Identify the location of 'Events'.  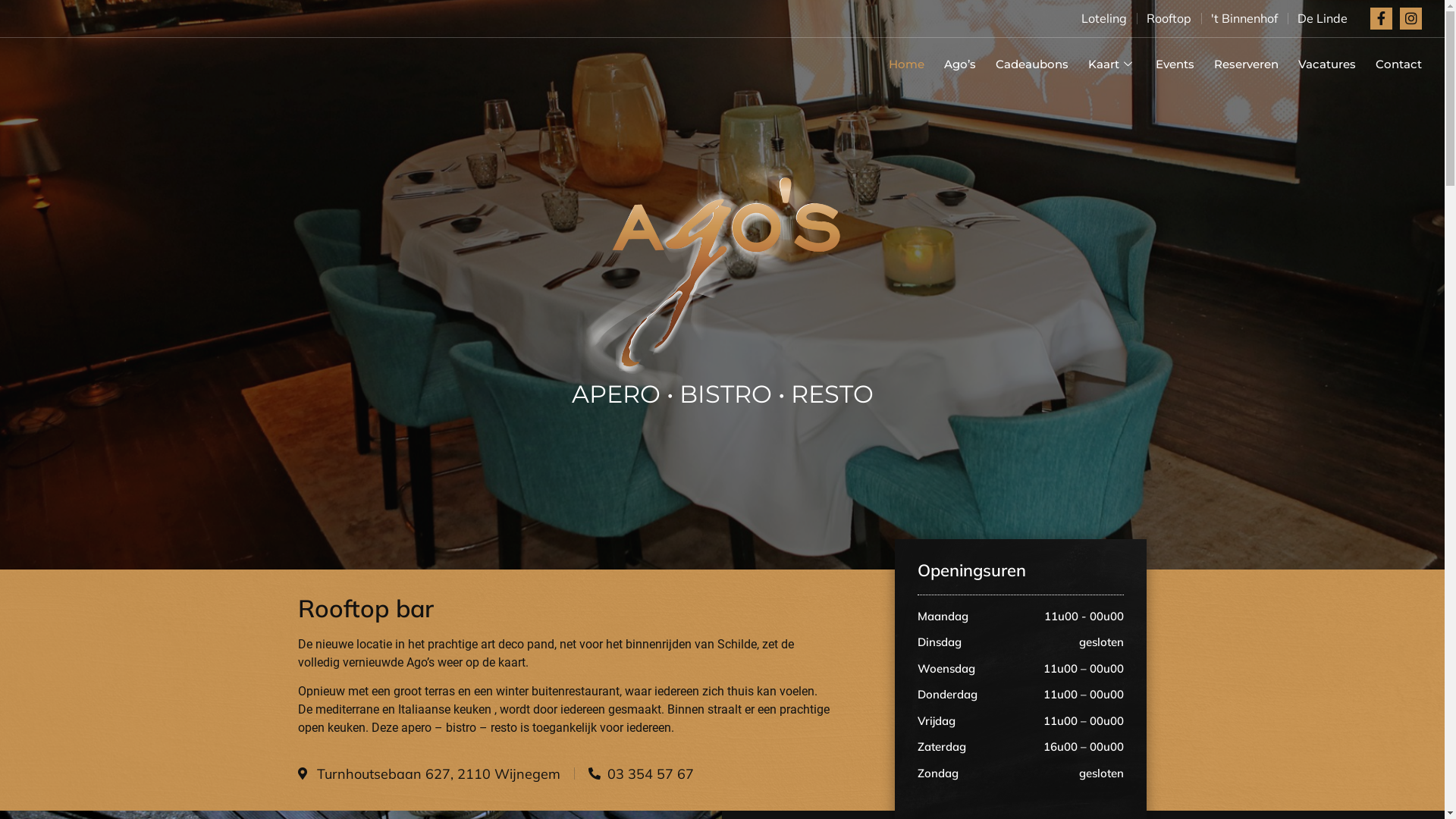
(1164, 63).